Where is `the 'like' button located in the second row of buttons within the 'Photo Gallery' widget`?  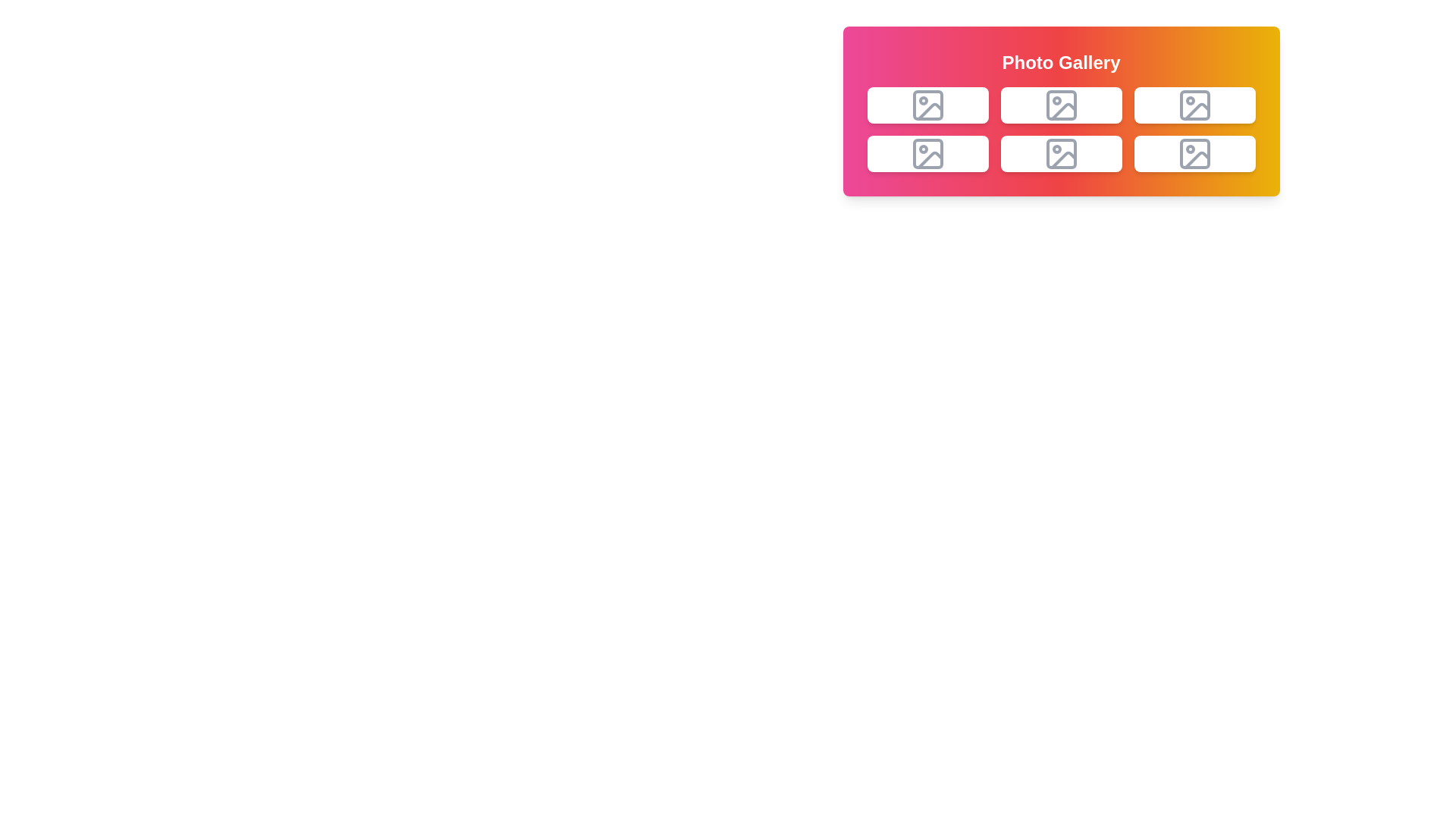
the 'like' button located in the second row of buttons within the 'Photo Gallery' widget is located at coordinates (946, 154).